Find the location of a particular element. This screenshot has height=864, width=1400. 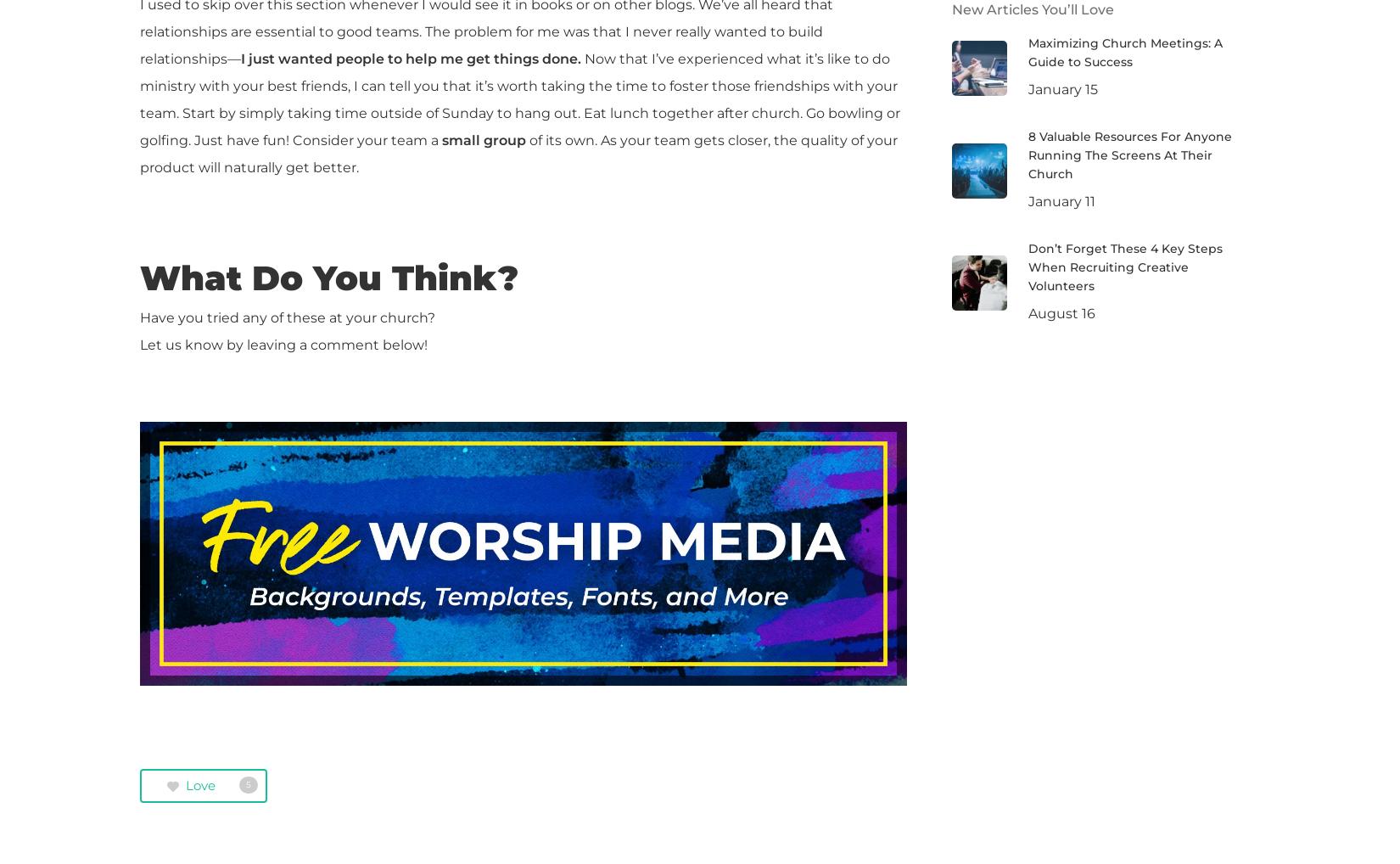

'Have you tried any of these at your church?' is located at coordinates (288, 317).